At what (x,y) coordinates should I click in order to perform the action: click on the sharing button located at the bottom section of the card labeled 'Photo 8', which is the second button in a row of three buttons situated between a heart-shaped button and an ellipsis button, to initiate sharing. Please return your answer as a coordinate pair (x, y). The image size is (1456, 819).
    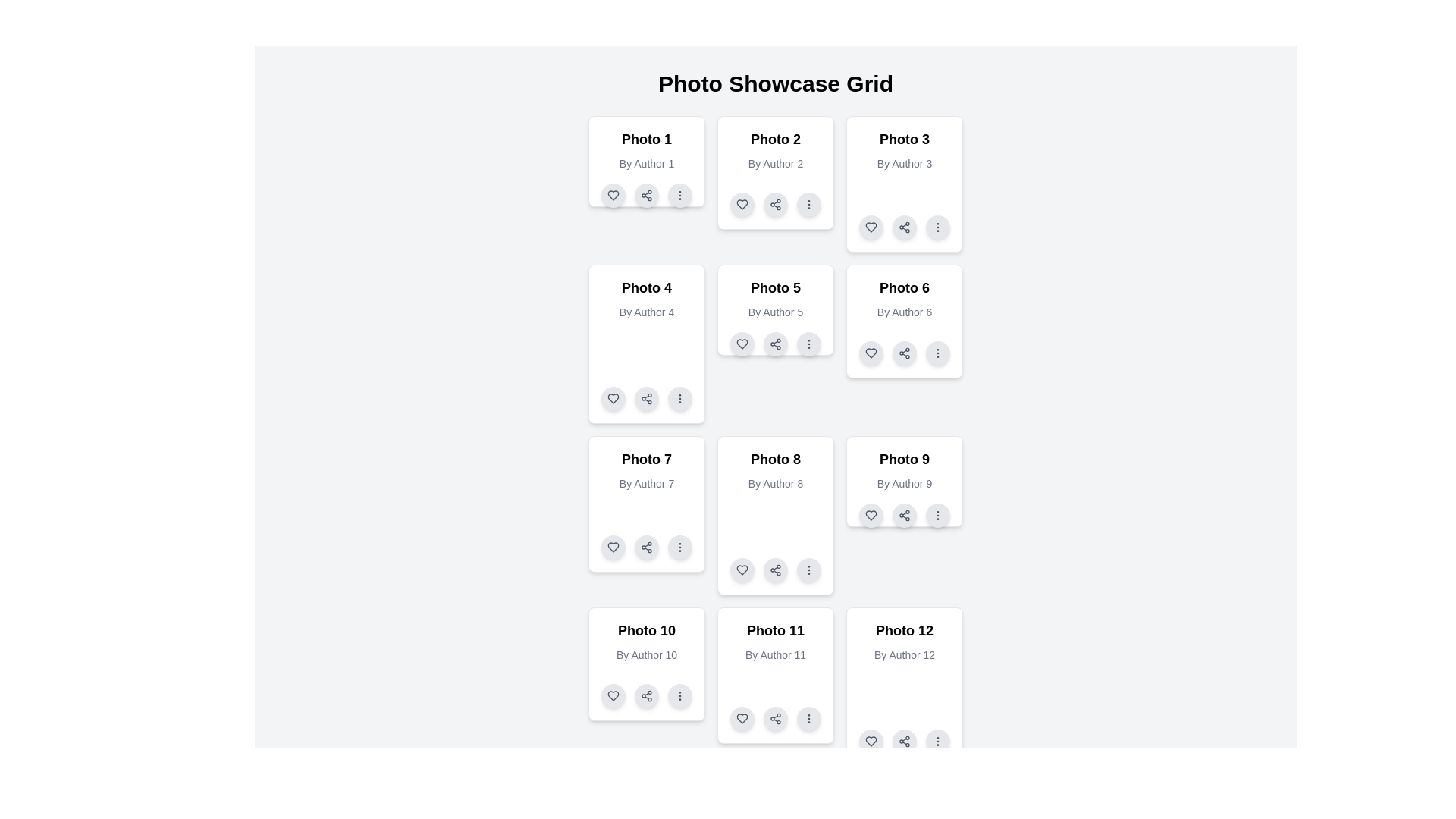
    Looking at the image, I should click on (775, 570).